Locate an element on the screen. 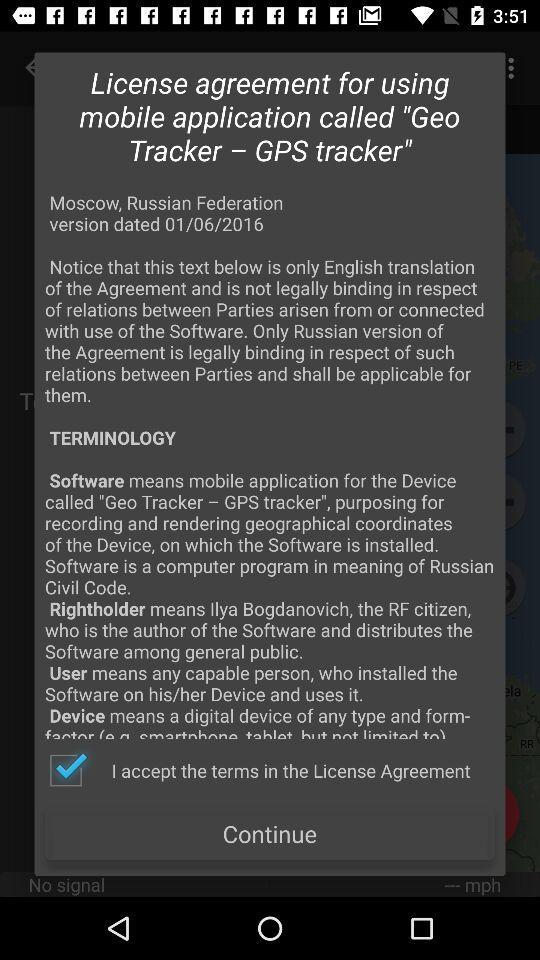 The image size is (540, 960). the i accept the app is located at coordinates (259, 769).